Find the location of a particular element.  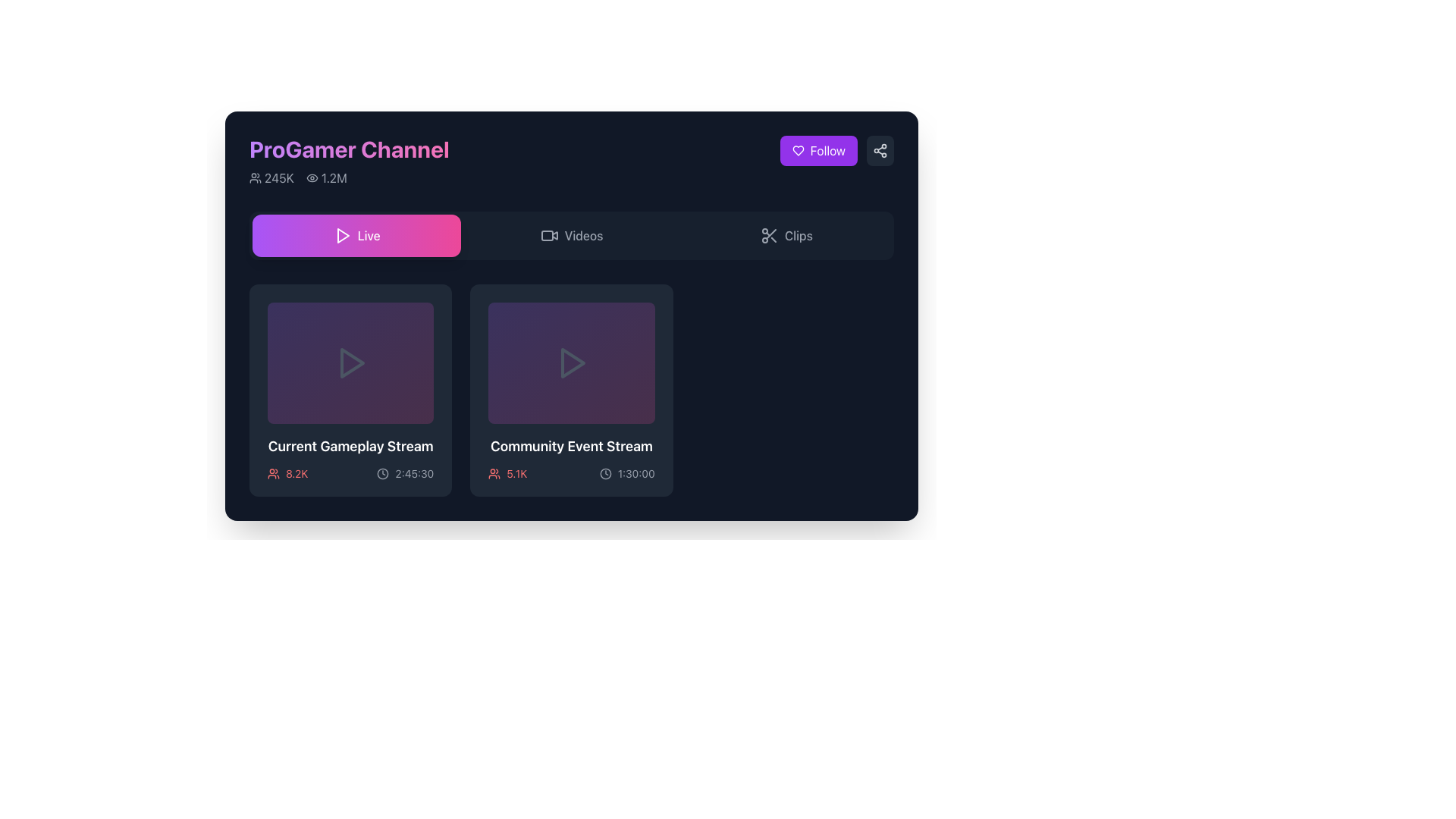

the 'Community Event Stream' text label, which is styled with bold, white font against a dark background and located at the bottom of the right card in a card-like interface is located at coordinates (570, 446).